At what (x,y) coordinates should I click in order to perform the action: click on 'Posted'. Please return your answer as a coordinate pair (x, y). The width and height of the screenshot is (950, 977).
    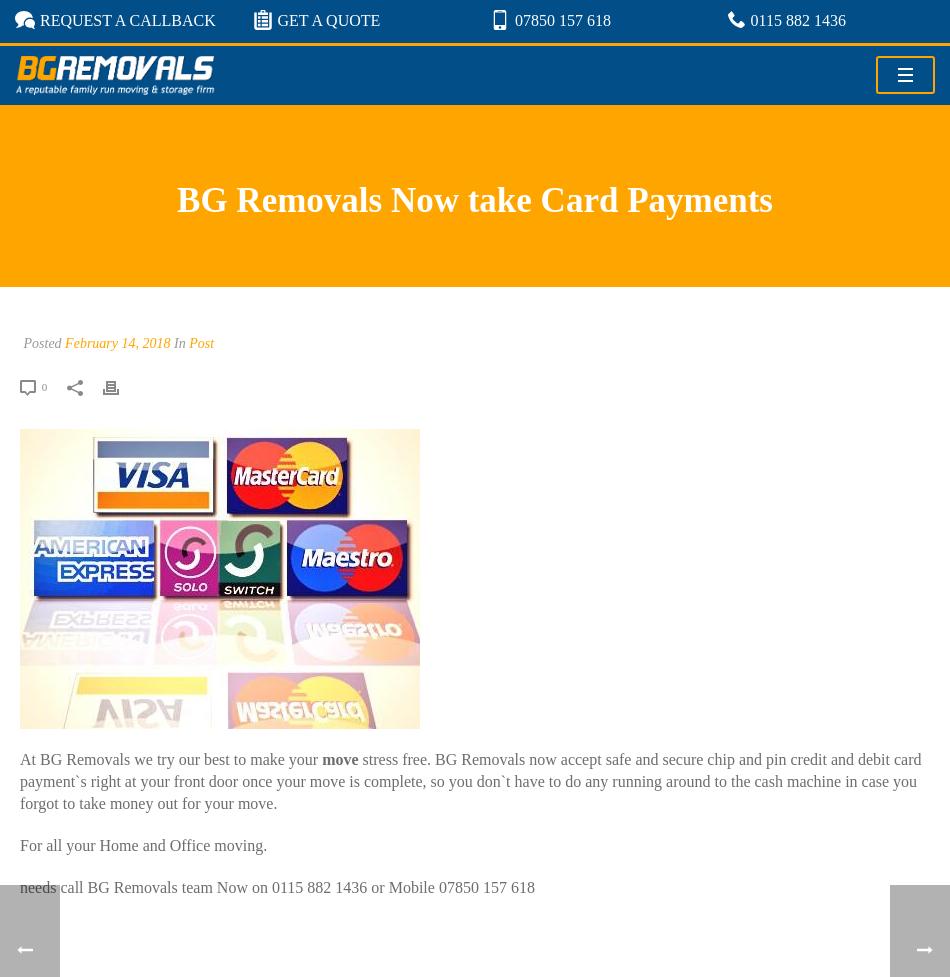
    Looking at the image, I should click on (42, 342).